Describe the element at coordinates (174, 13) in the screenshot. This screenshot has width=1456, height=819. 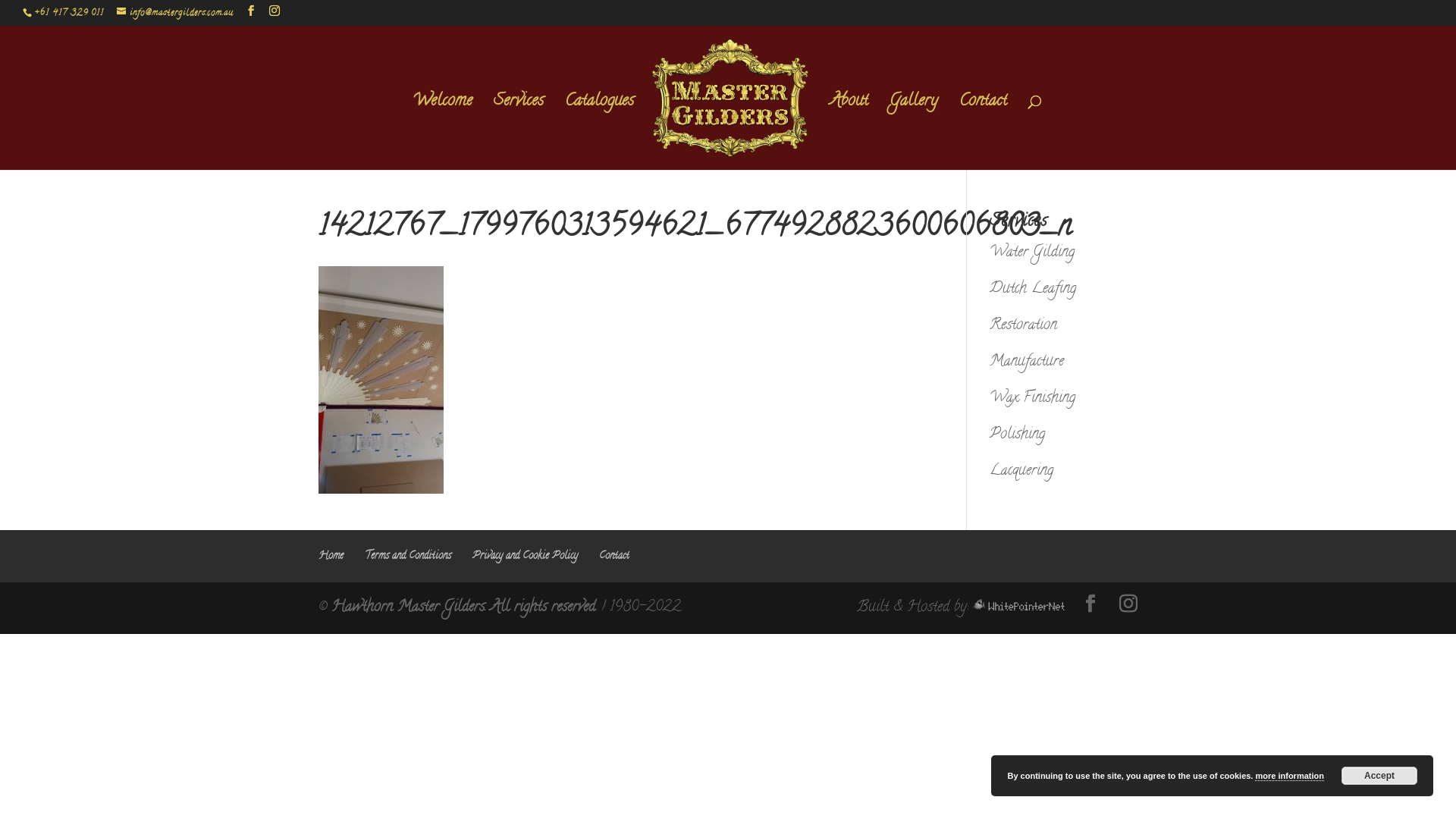
I see `'info@mastergilders.com.au'` at that location.